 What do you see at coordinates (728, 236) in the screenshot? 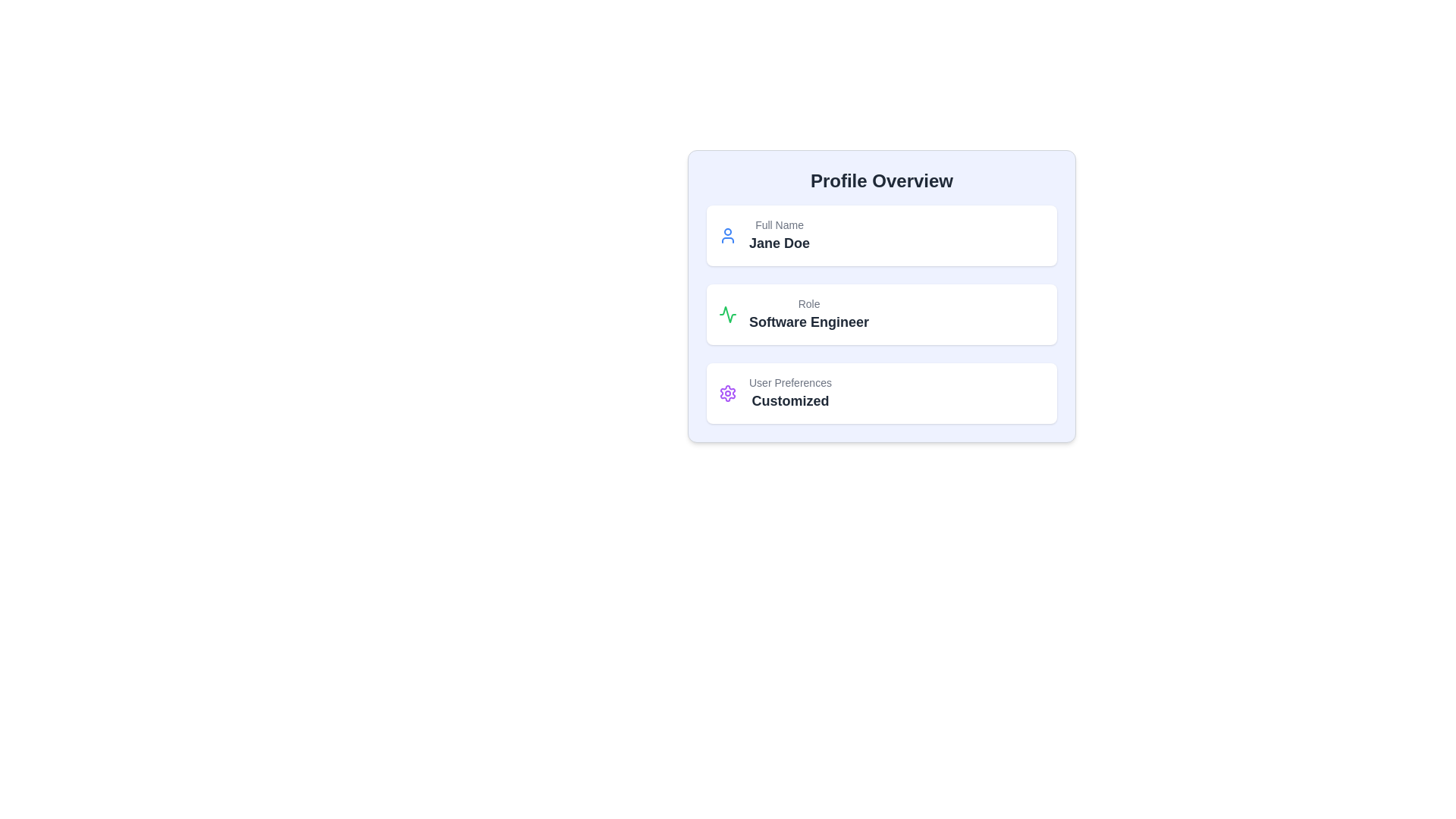
I see `the user information icon located to the left of the 'Full Name' label and 'Jane Doe' in the 'Profile Overview' interface` at bounding box center [728, 236].